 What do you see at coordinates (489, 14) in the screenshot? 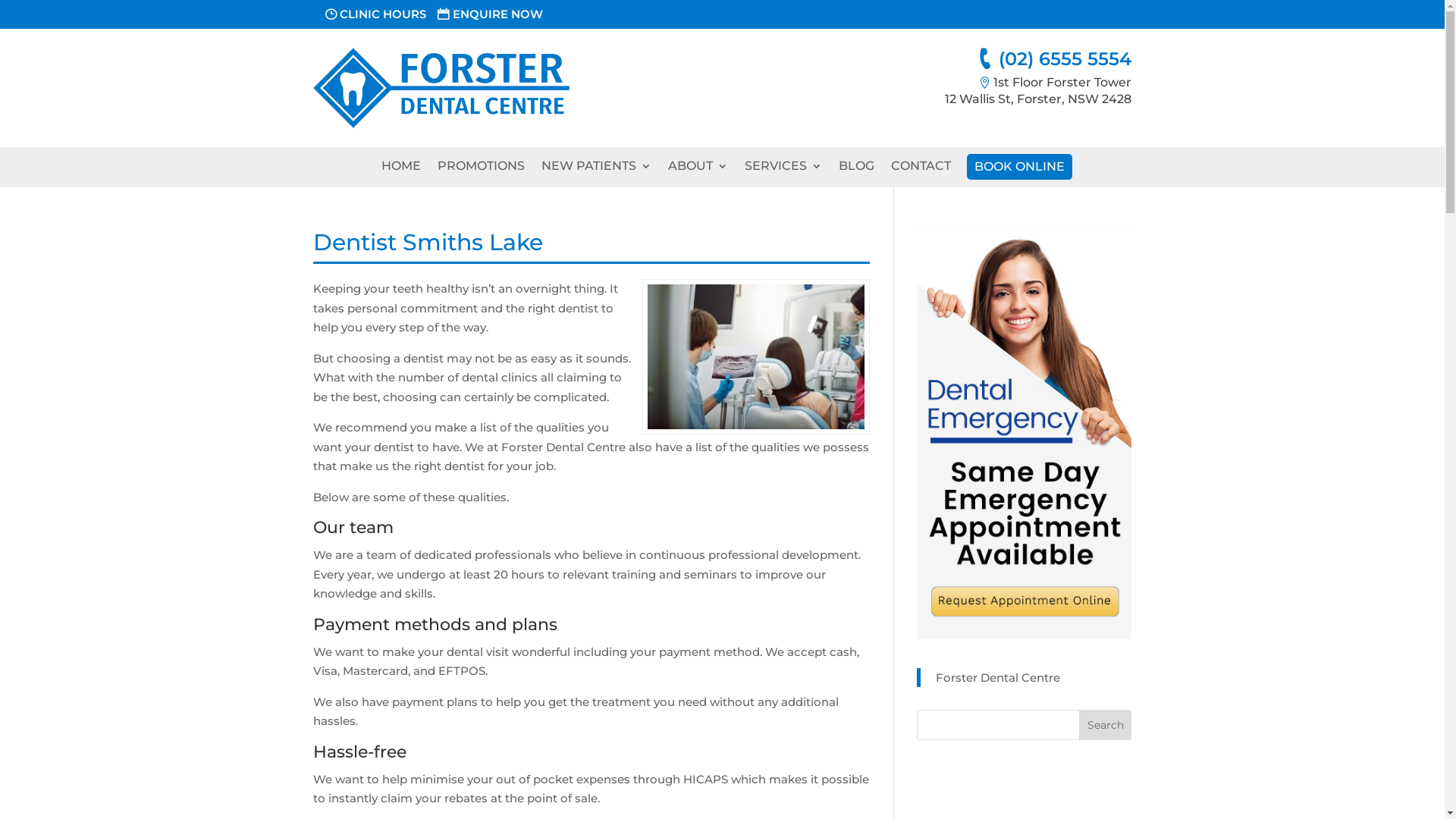
I see `'ENQUIRE NOW'` at bounding box center [489, 14].